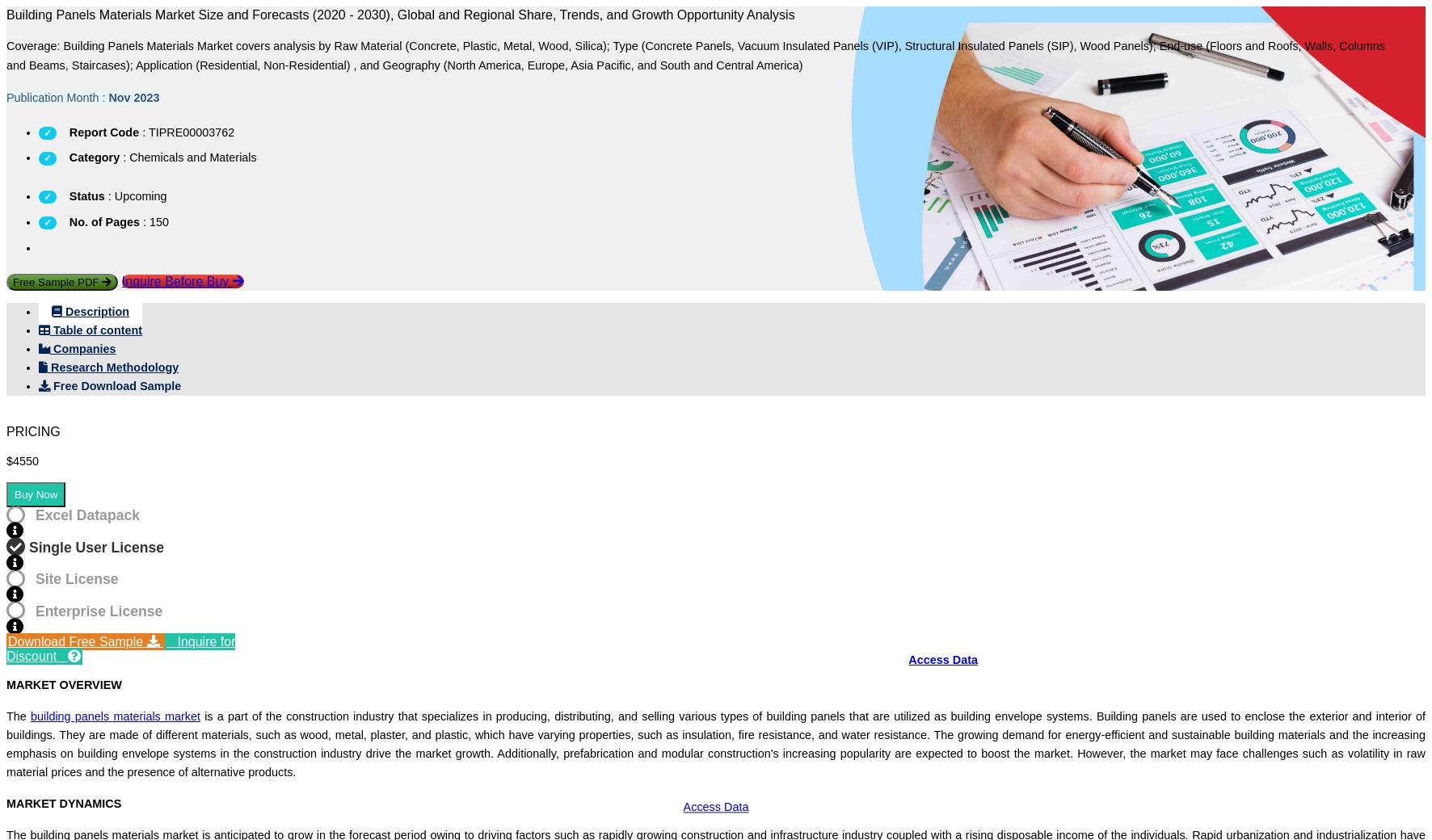 This screenshot has width=1432, height=840. Describe the element at coordinates (345, 643) in the screenshot. I see `'Competitive Analysis and Assessment'` at that location.